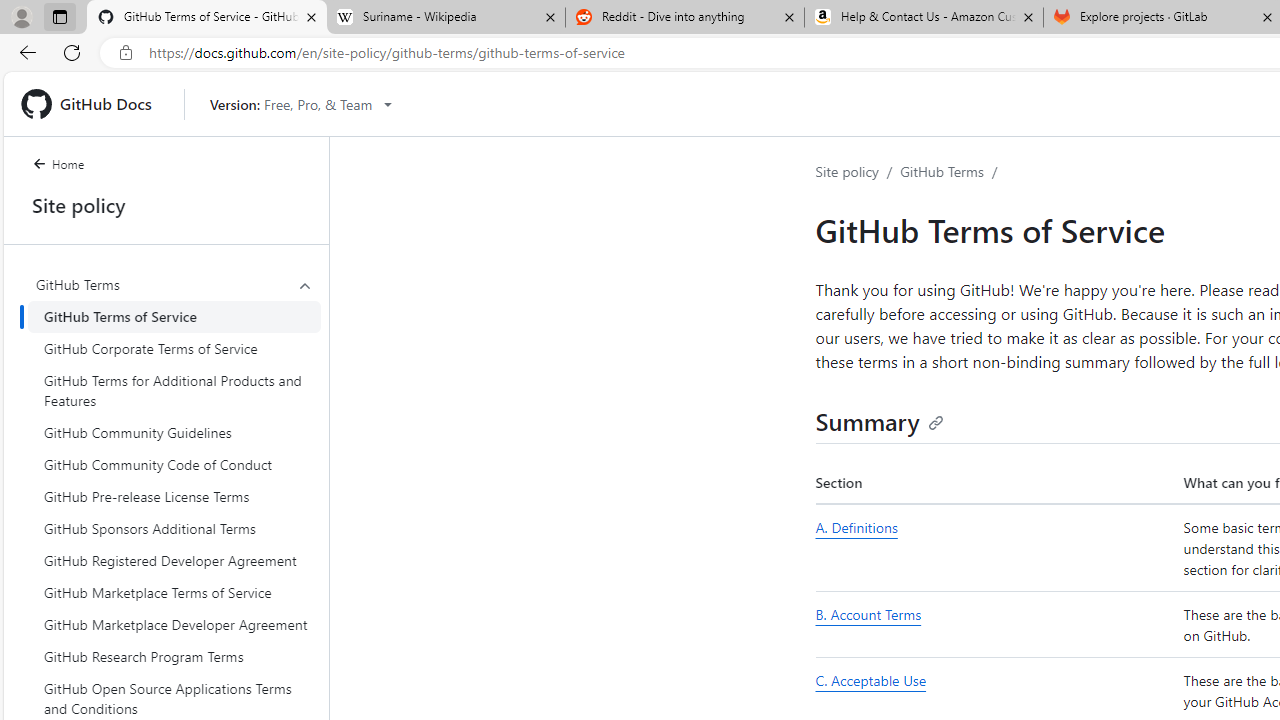 The image size is (1280, 720). What do you see at coordinates (174, 560) in the screenshot?
I see `'GitHub Registered Developer Agreement'` at bounding box center [174, 560].